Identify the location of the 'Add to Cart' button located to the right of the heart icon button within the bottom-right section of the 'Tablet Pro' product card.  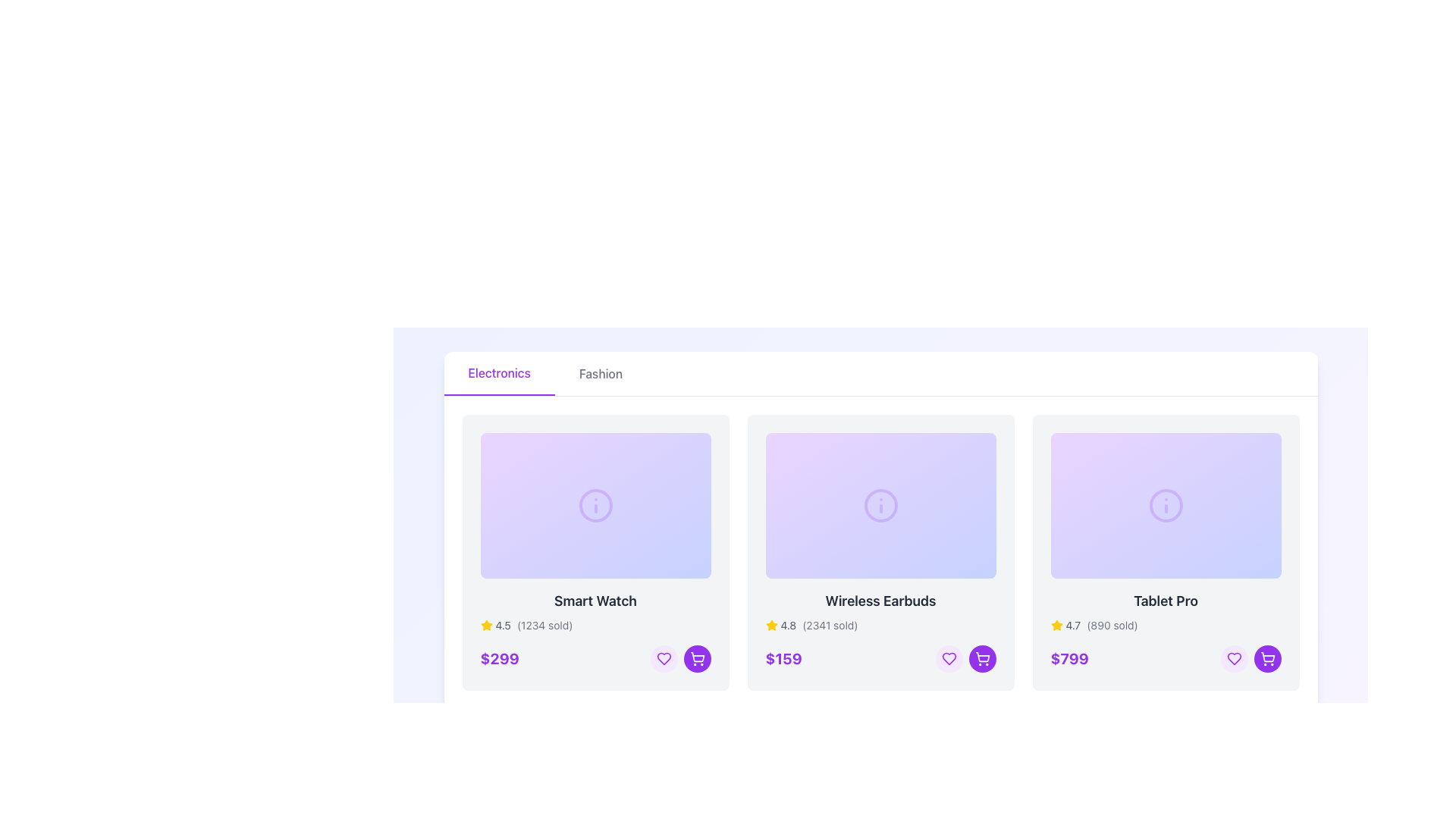
(1267, 657).